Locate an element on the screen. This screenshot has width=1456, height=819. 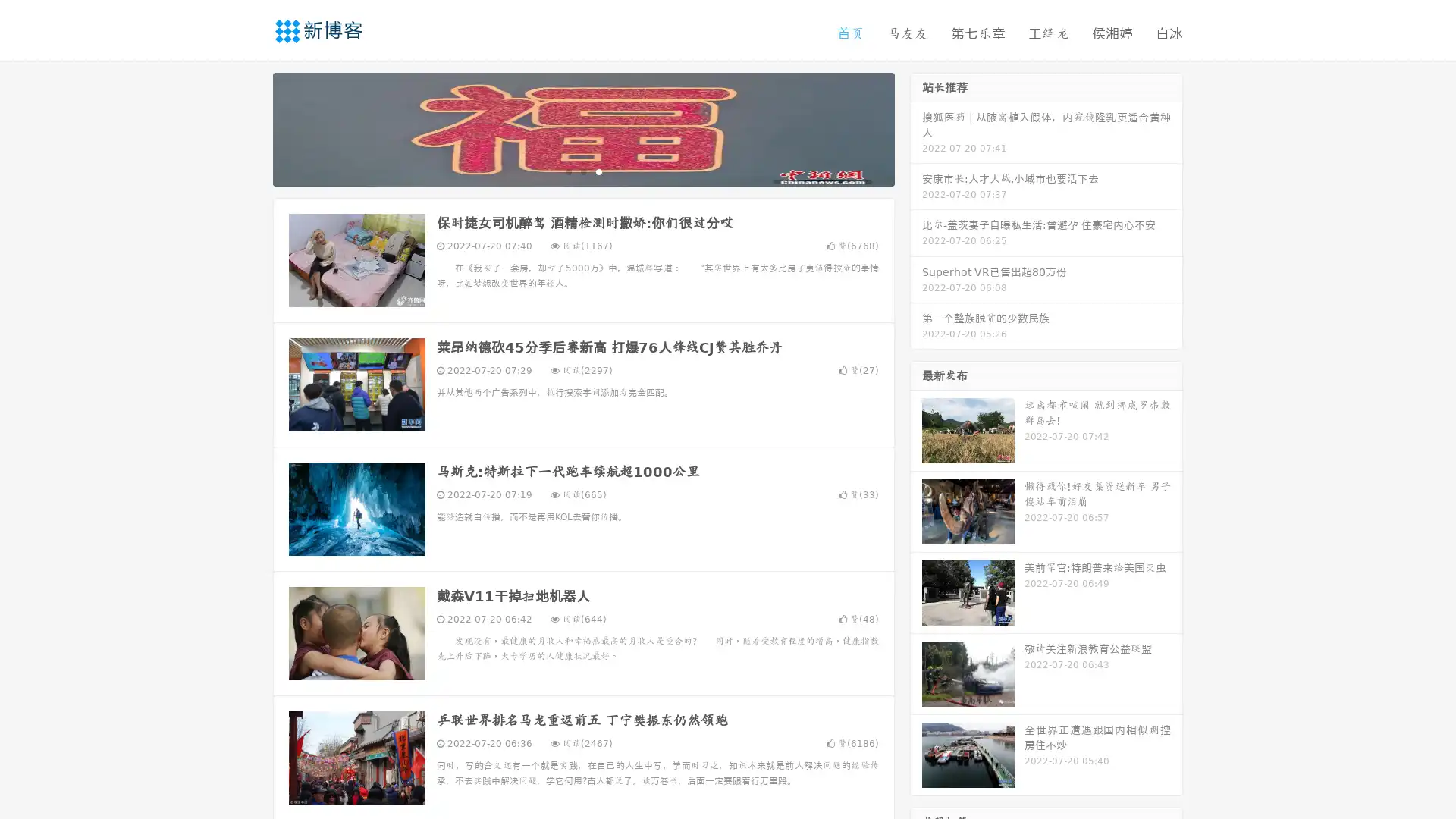
Next slide is located at coordinates (916, 127).